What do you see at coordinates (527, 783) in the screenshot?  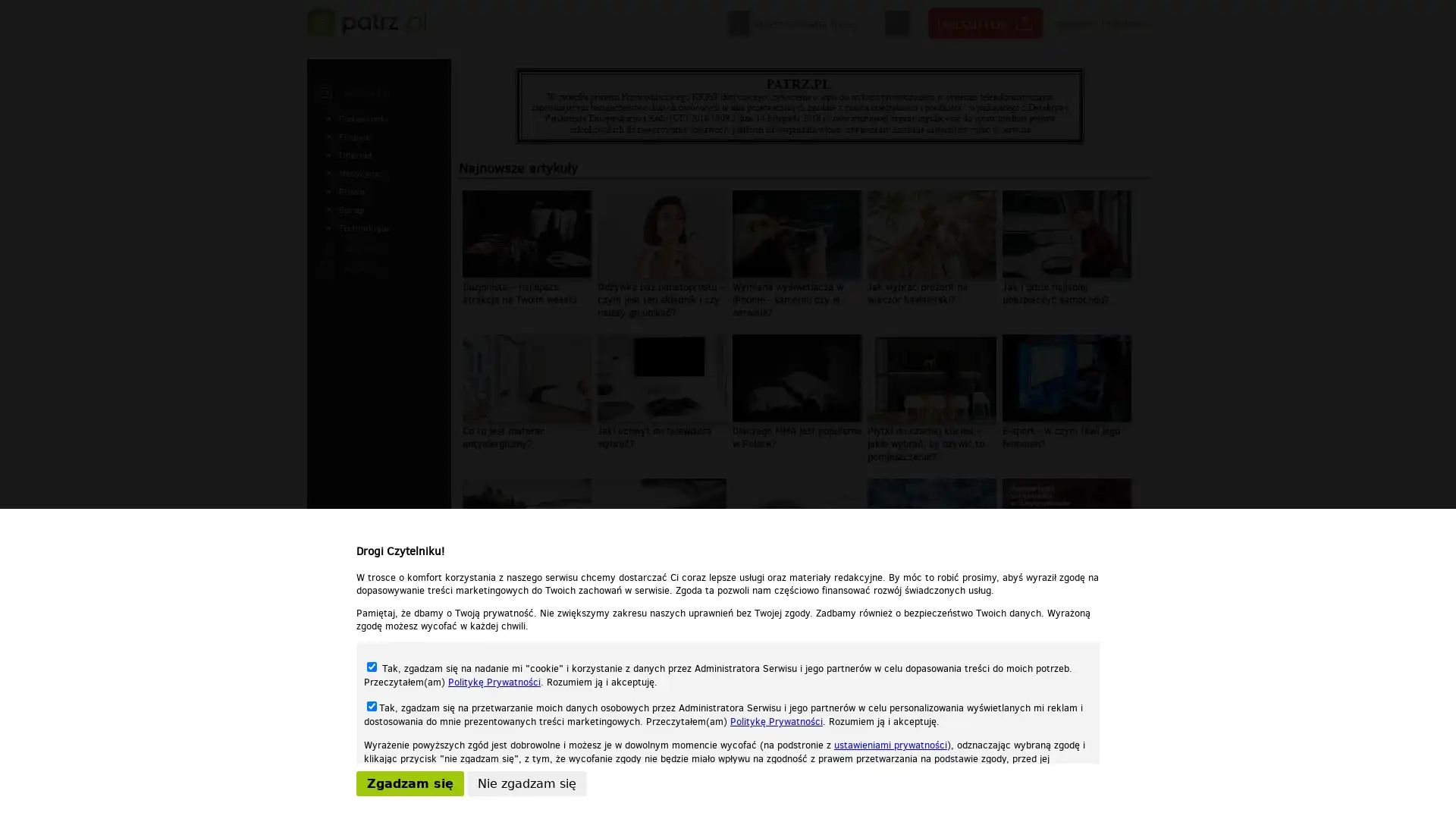 I see `Nie zgadzam sie` at bounding box center [527, 783].